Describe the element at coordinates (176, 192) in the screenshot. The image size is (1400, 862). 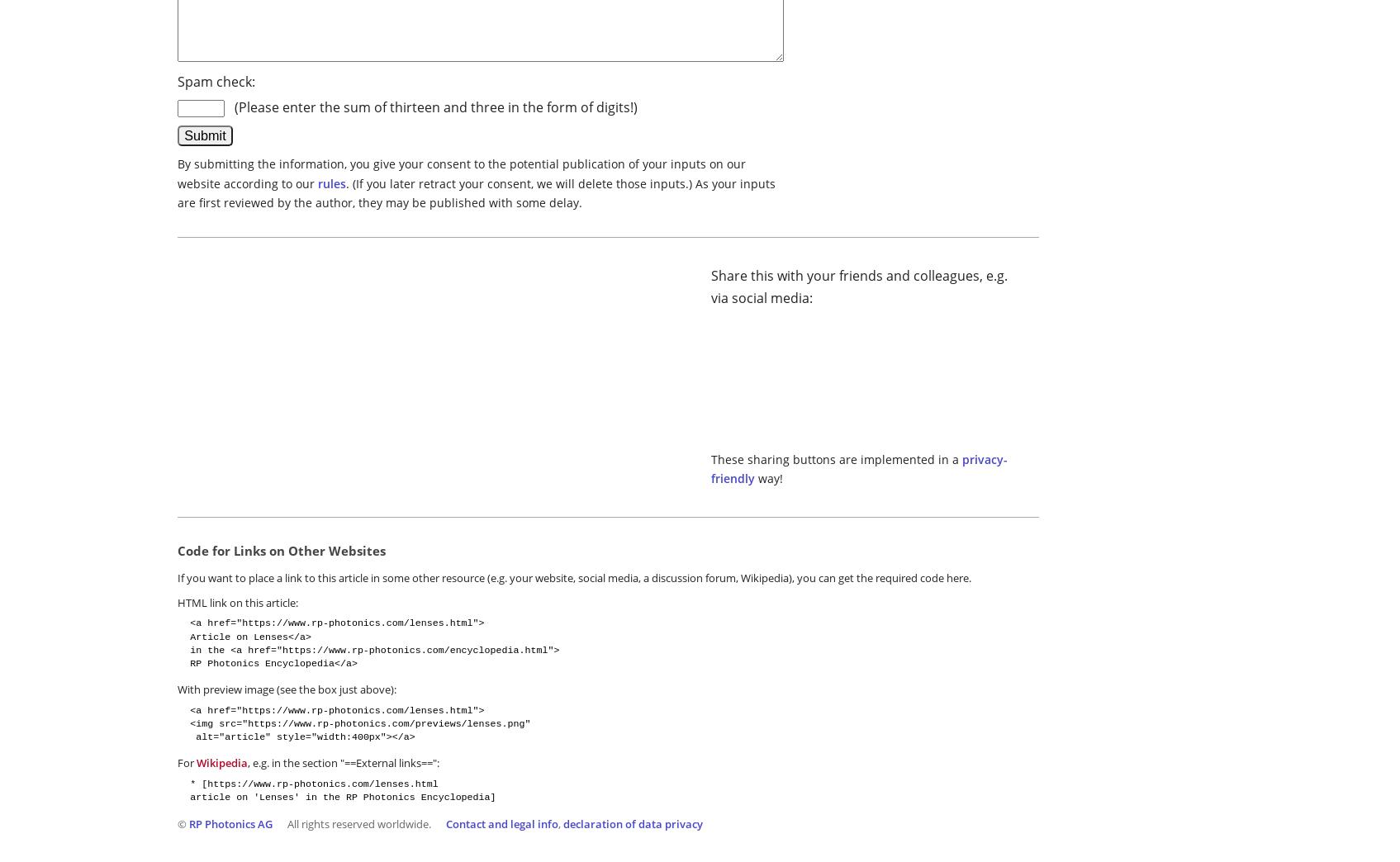
I see `'. (If you later retract your consent, we will delete those inputs.) As your inputs are first reviewed by the author, they may be published with some delay.'` at that location.